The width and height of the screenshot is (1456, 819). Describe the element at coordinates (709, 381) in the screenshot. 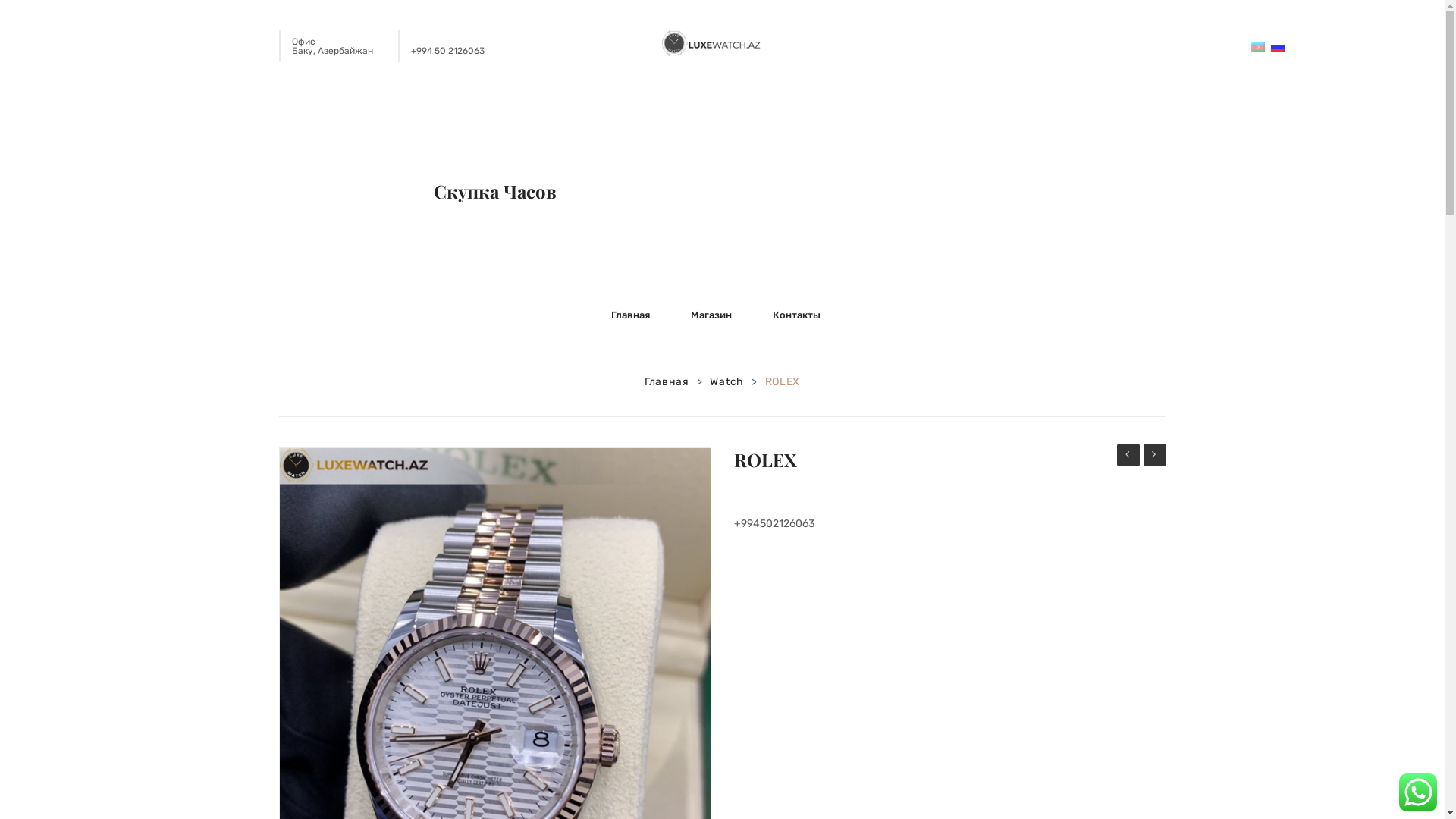

I see `'Watch'` at that location.